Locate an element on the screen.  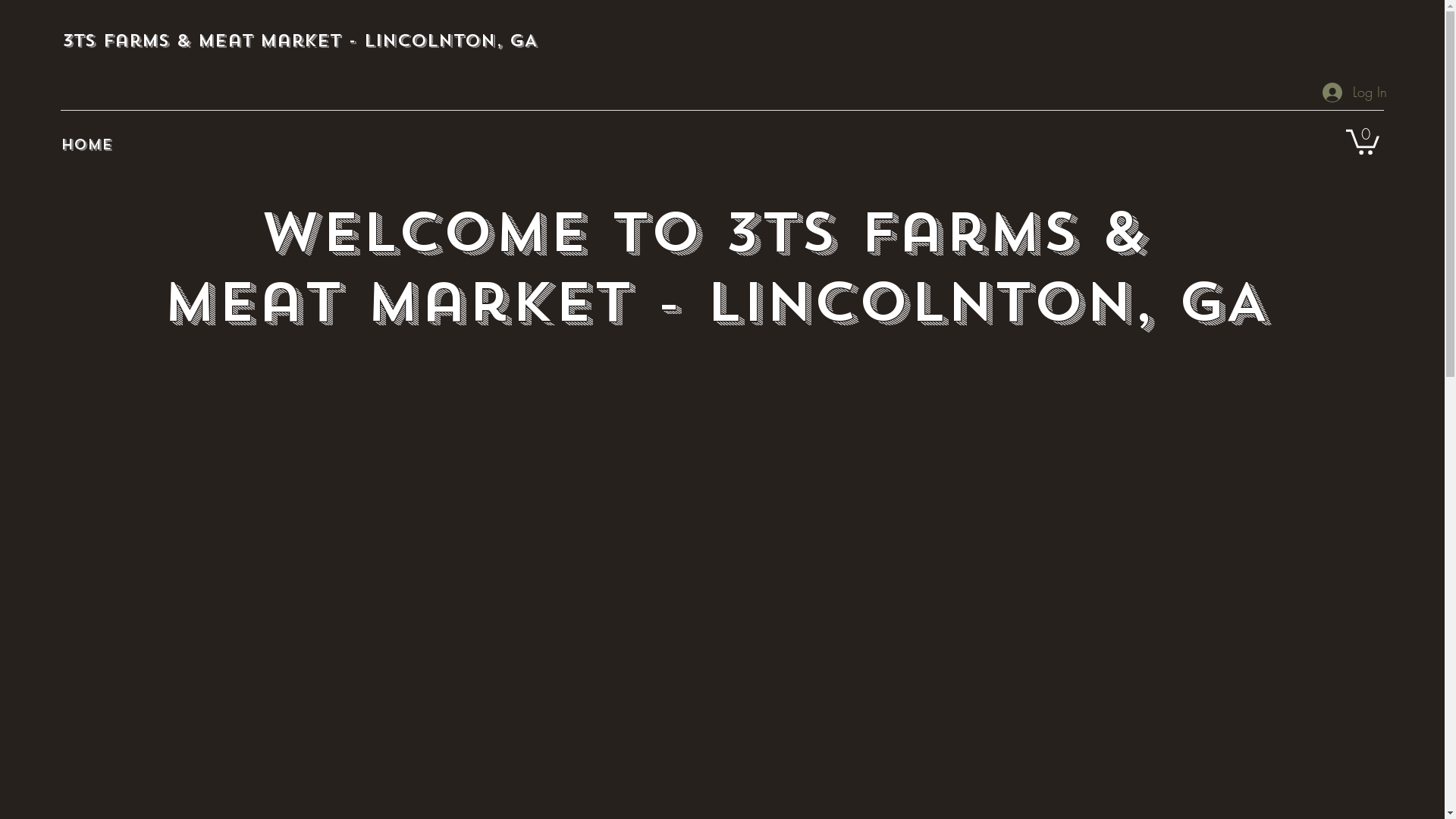
'Log In' is located at coordinates (1310, 93).